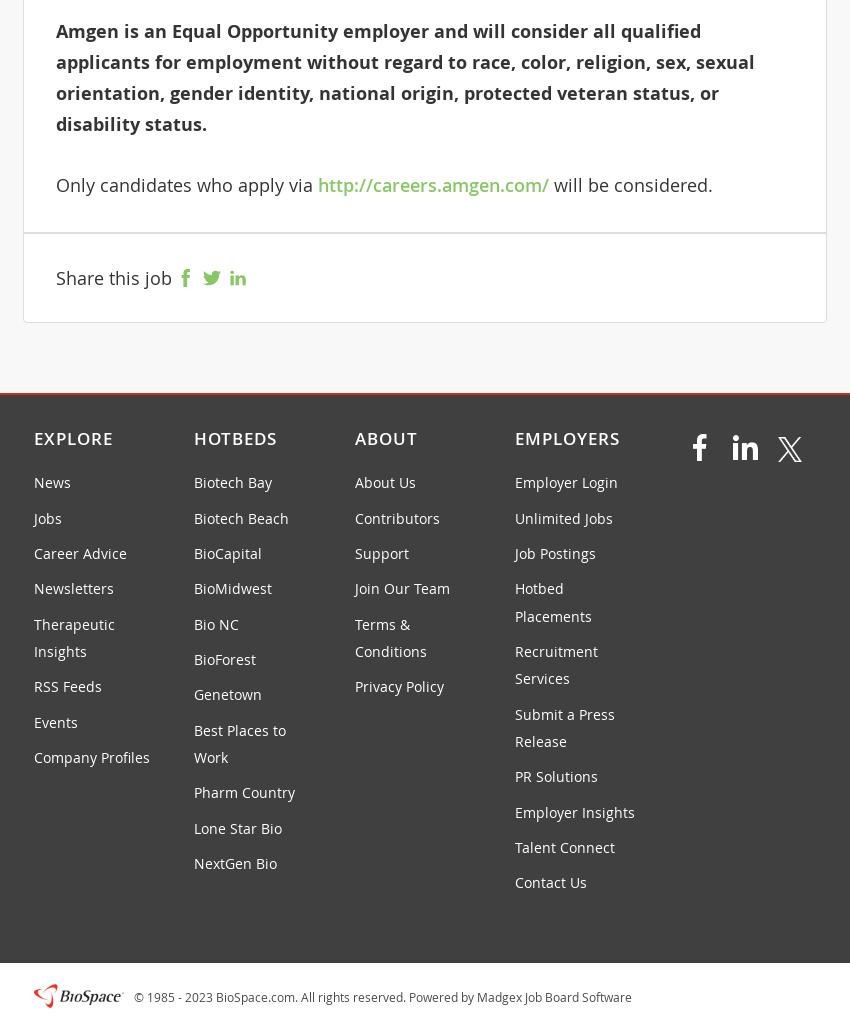 The height and width of the screenshot is (1029, 850). Describe the element at coordinates (192, 552) in the screenshot. I see `'BioCapital'` at that location.